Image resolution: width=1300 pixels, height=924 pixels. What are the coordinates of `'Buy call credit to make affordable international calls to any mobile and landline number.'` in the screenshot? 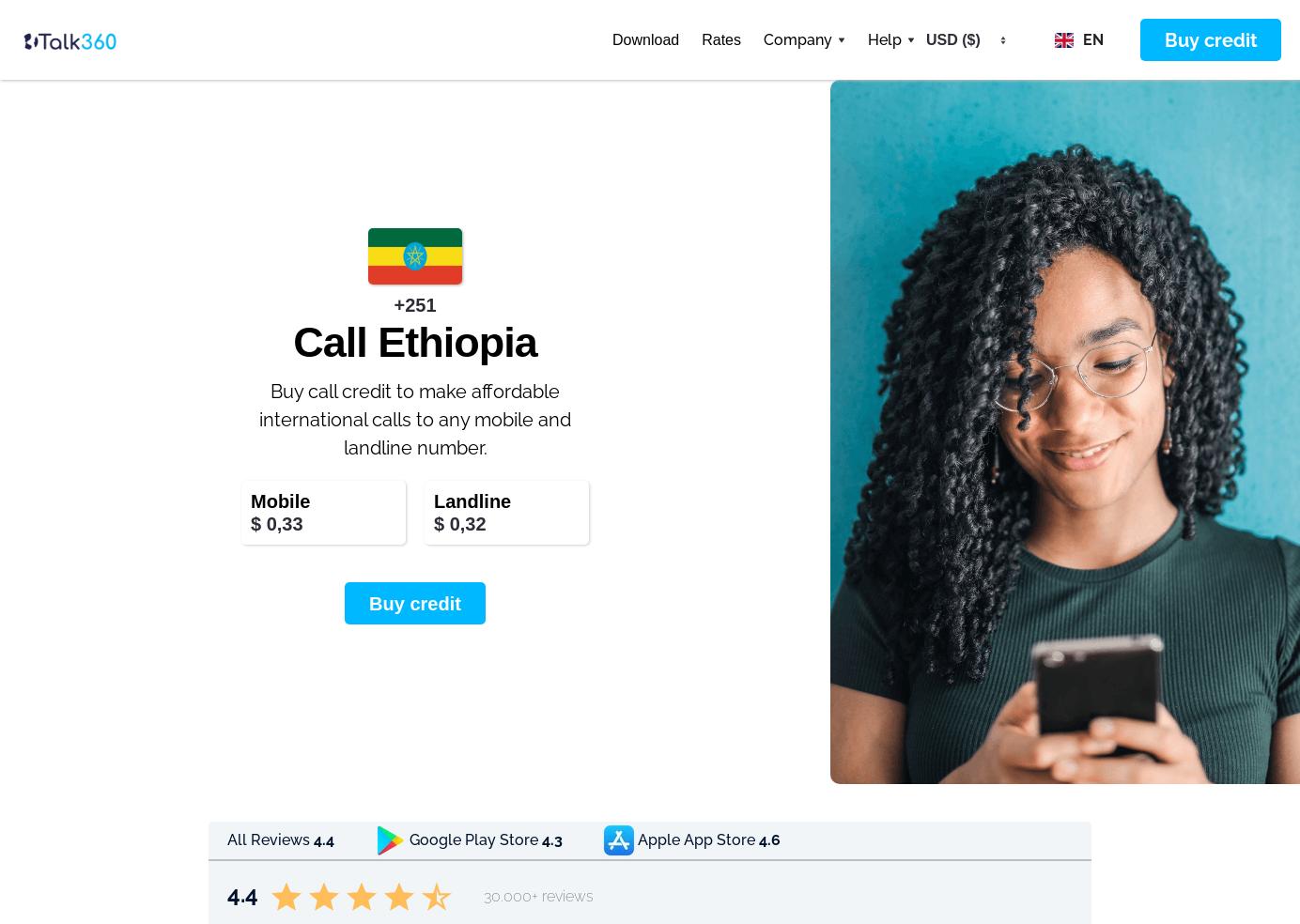 It's located at (415, 420).